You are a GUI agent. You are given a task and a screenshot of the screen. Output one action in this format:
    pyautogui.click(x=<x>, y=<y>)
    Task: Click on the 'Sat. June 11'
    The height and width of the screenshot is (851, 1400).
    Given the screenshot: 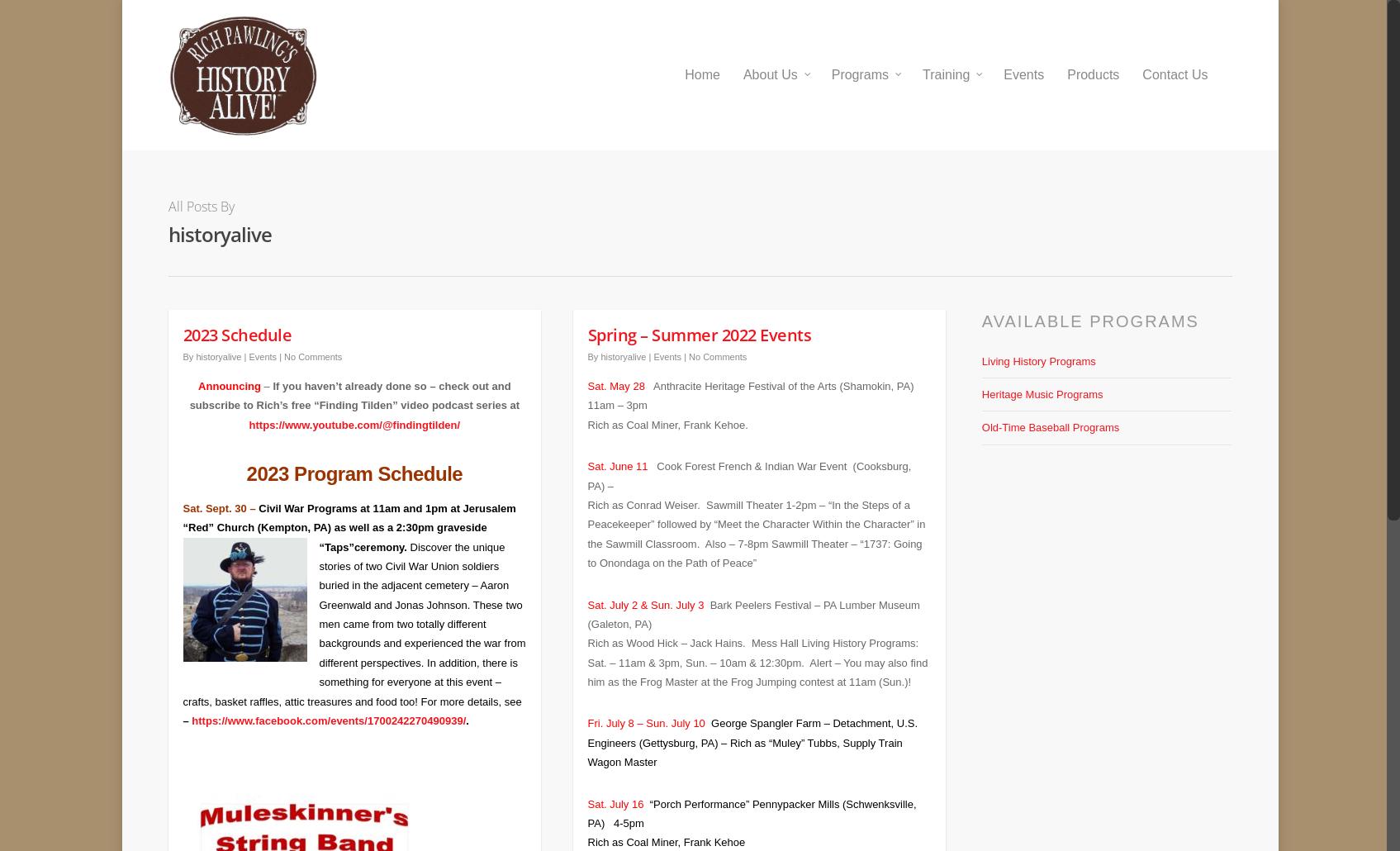 What is the action you would take?
    pyautogui.click(x=618, y=454)
    